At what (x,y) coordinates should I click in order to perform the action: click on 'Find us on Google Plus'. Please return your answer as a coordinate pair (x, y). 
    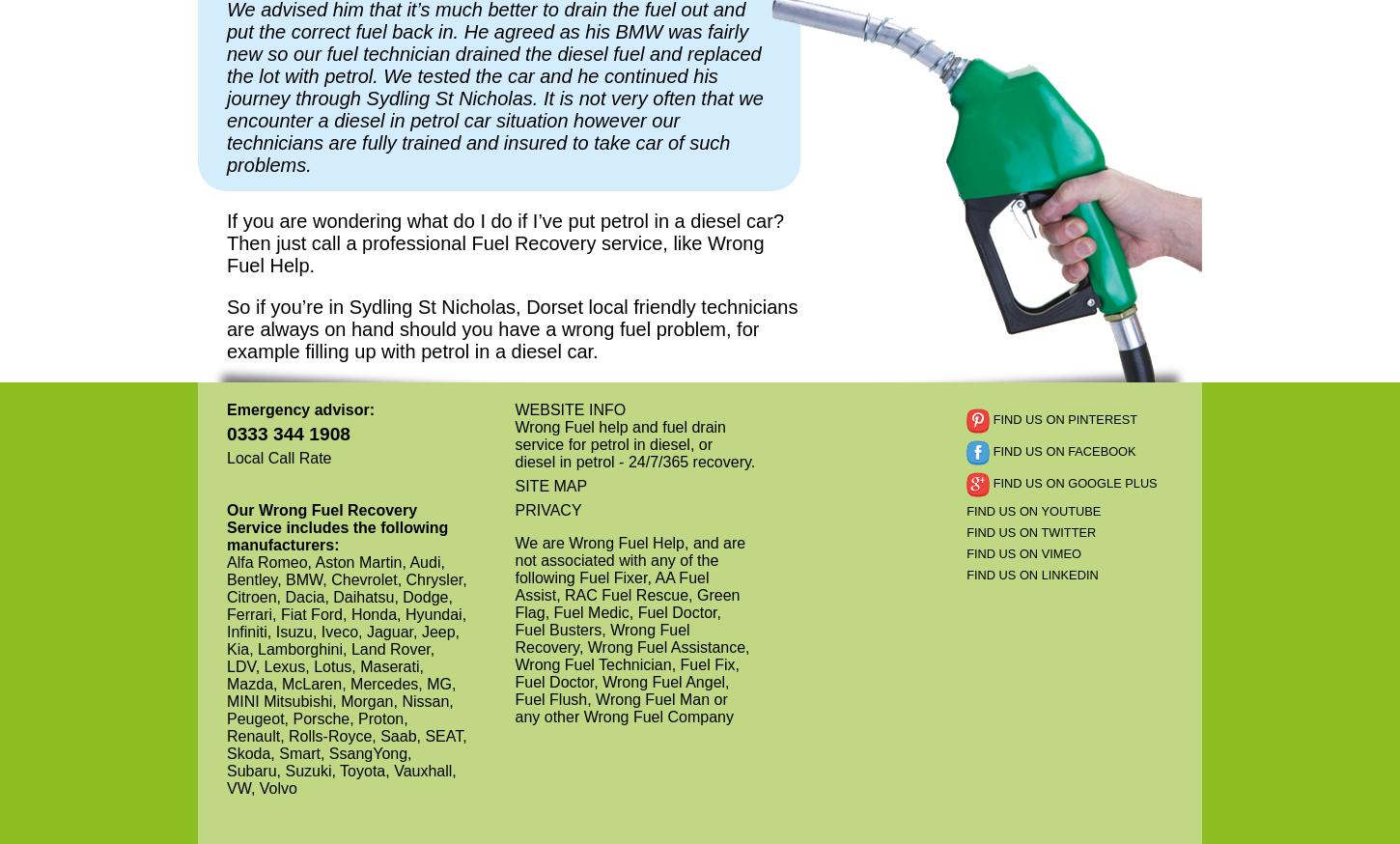
    Looking at the image, I should click on (1072, 482).